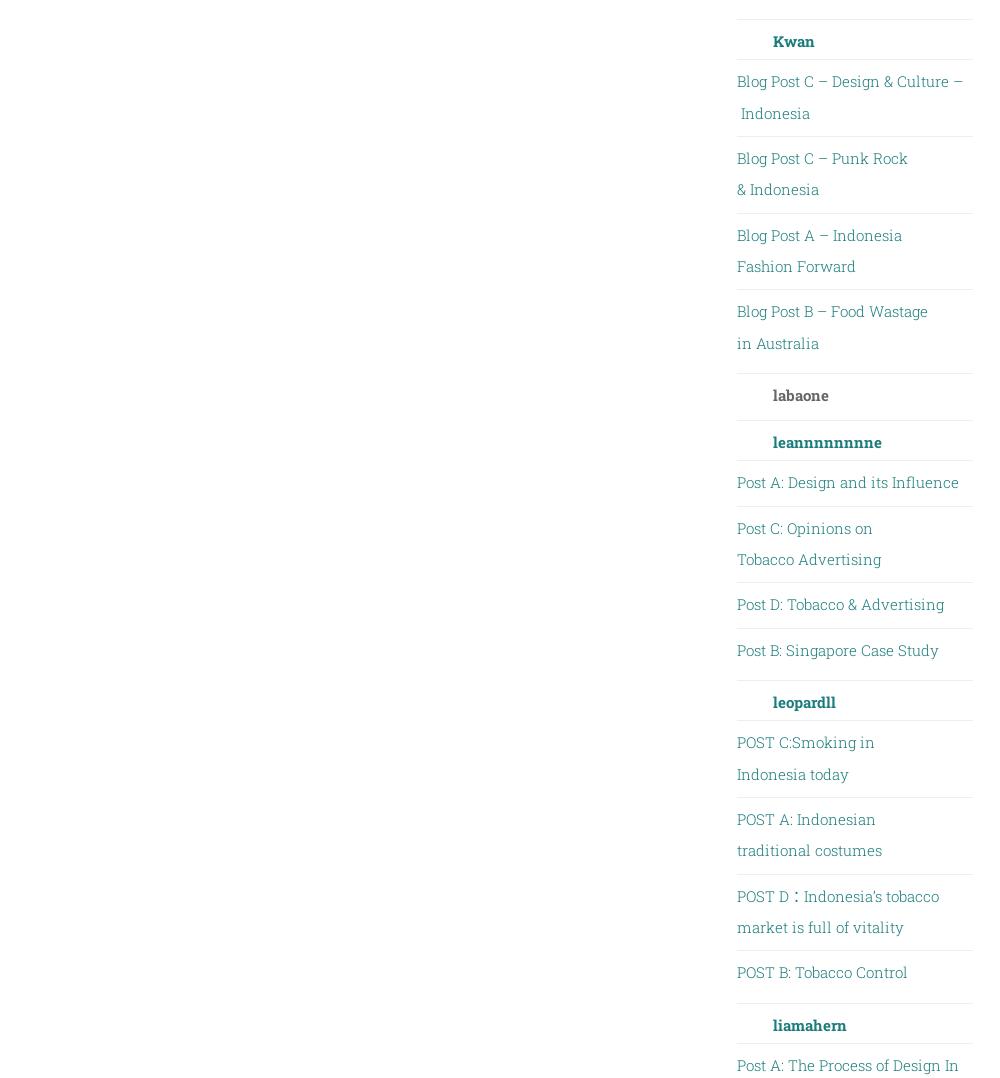 This screenshot has width=1000, height=1078. Describe the element at coordinates (830, 325) in the screenshot. I see `'Blog Post B – Food Wastage in Australia'` at that location.